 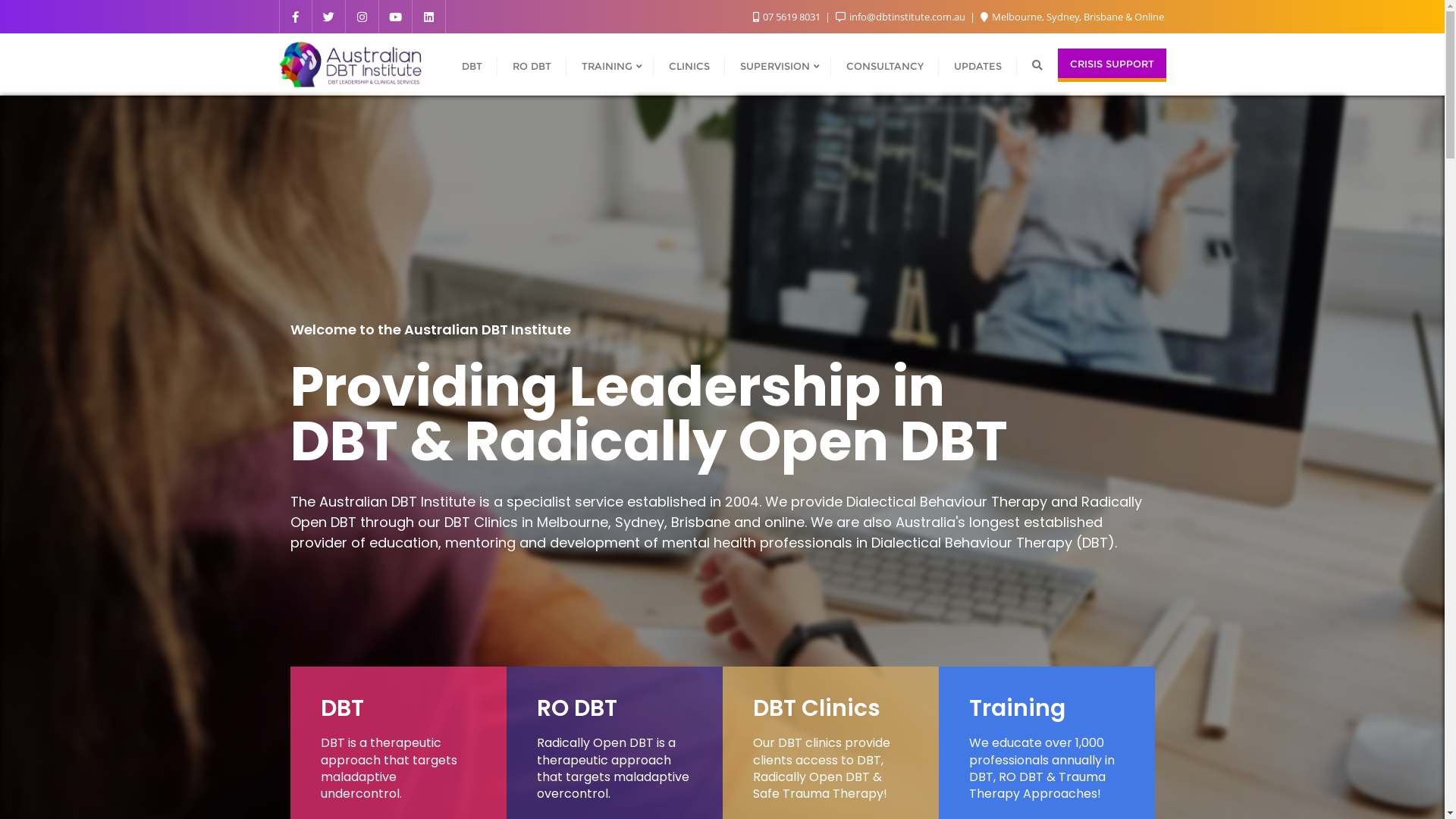 What do you see at coordinates (688, 64) in the screenshot?
I see `'CLINICS'` at bounding box center [688, 64].